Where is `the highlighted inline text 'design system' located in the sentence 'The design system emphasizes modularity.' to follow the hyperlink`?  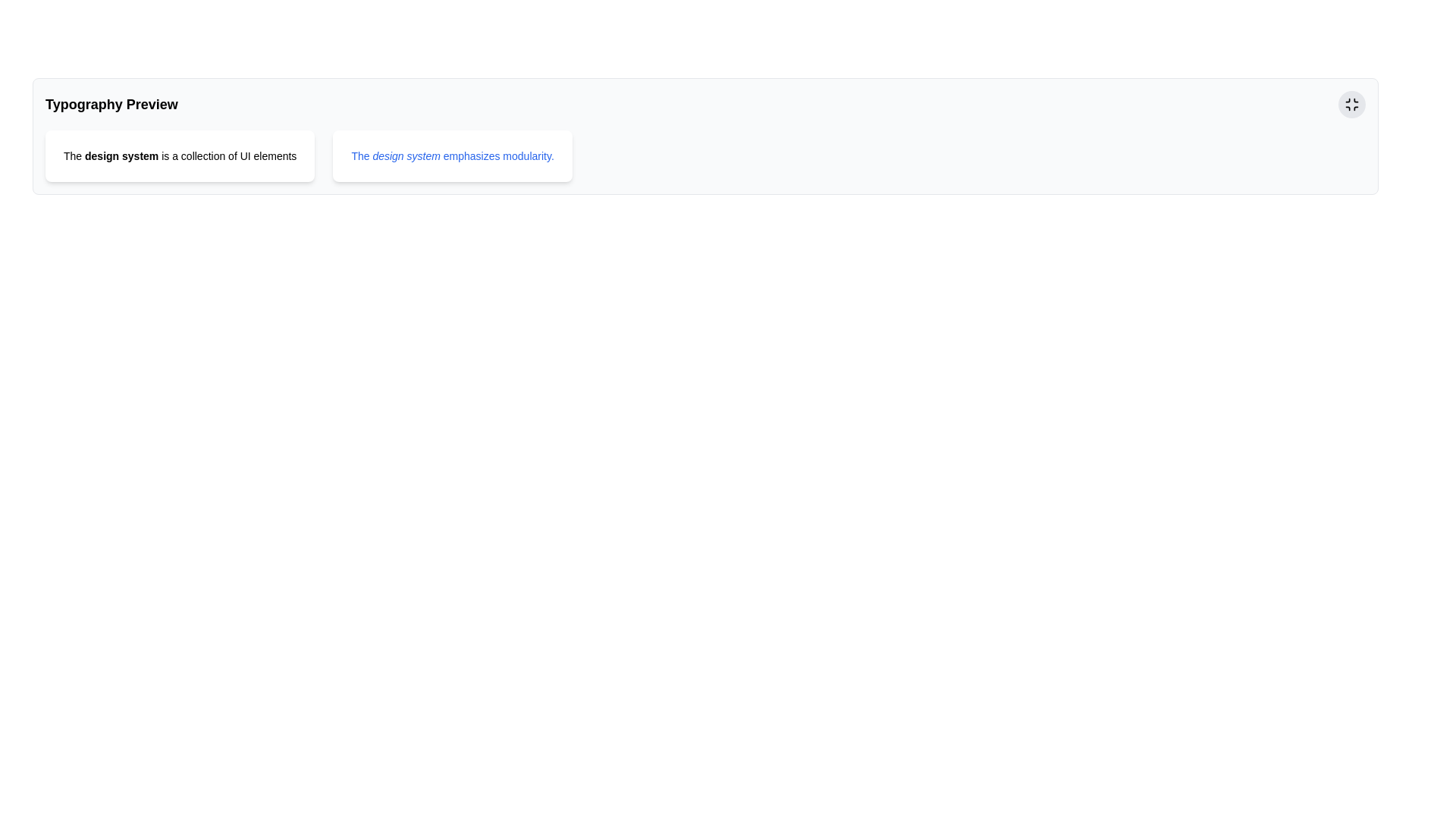
the highlighted inline text 'design system' located in the sentence 'The design system emphasizes modularity.' to follow the hyperlink is located at coordinates (406, 155).